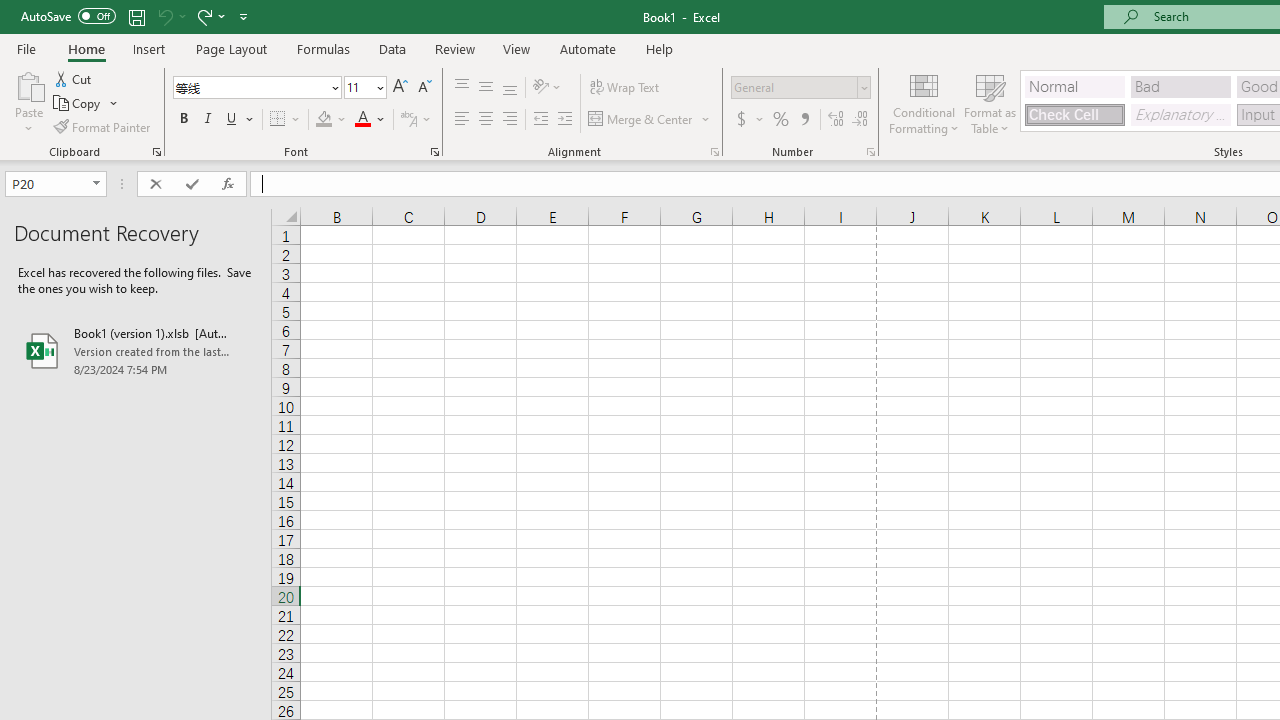 The width and height of the screenshot is (1280, 720). I want to click on 'Underline', so click(232, 119).